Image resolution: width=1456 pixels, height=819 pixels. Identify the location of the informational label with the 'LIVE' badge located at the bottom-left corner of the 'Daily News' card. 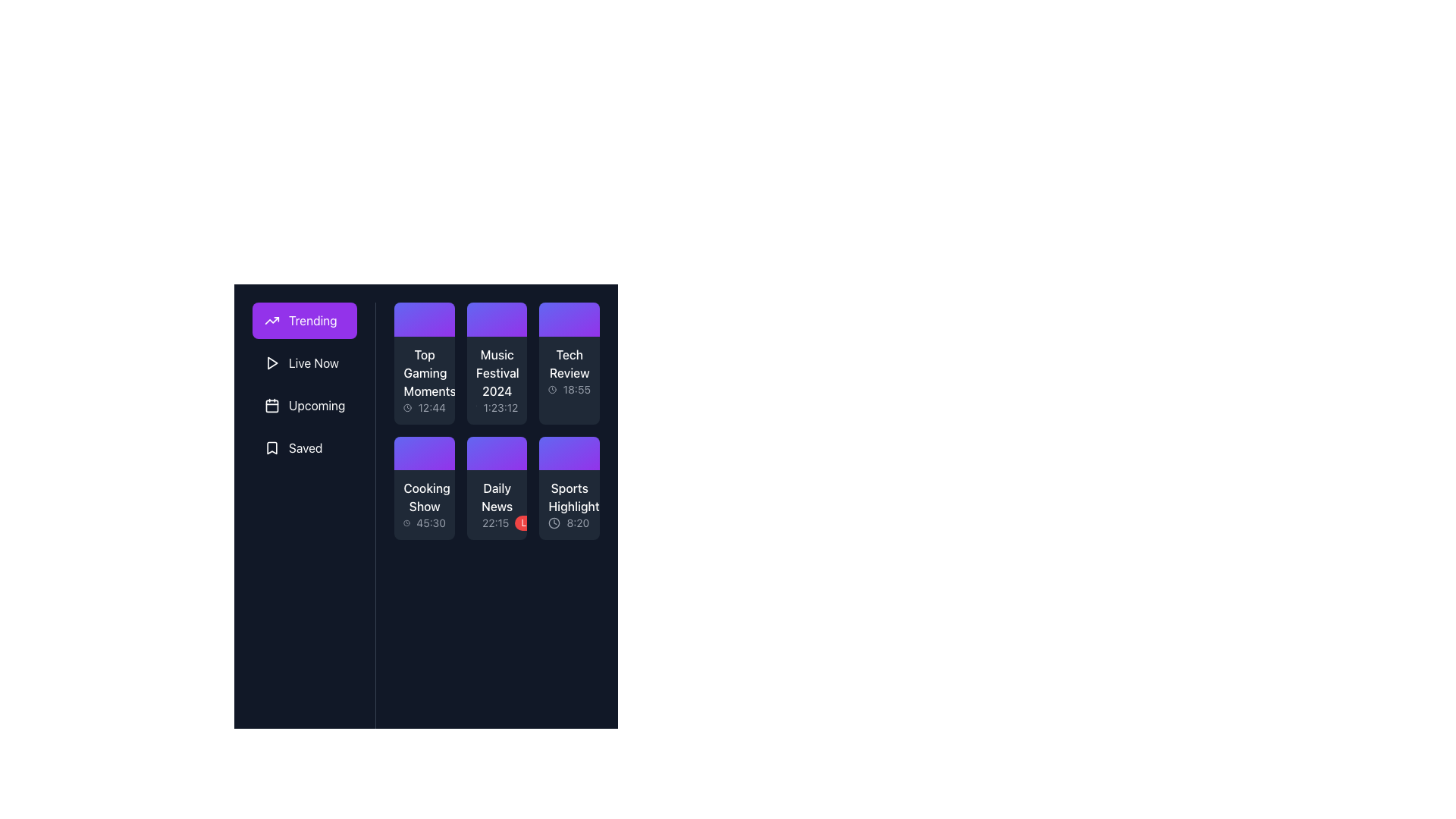
(497, 522).